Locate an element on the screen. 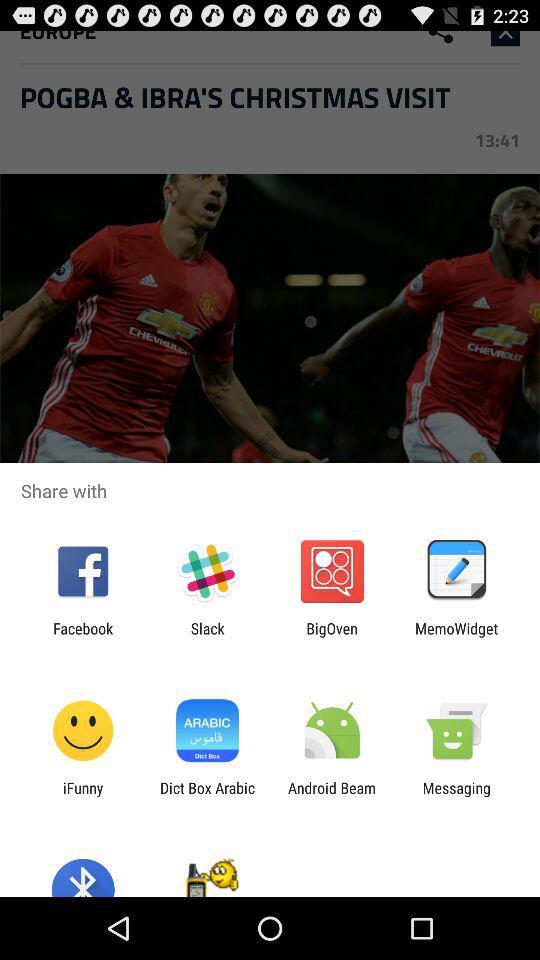  the bigoven is located at coordinates (332, 636).